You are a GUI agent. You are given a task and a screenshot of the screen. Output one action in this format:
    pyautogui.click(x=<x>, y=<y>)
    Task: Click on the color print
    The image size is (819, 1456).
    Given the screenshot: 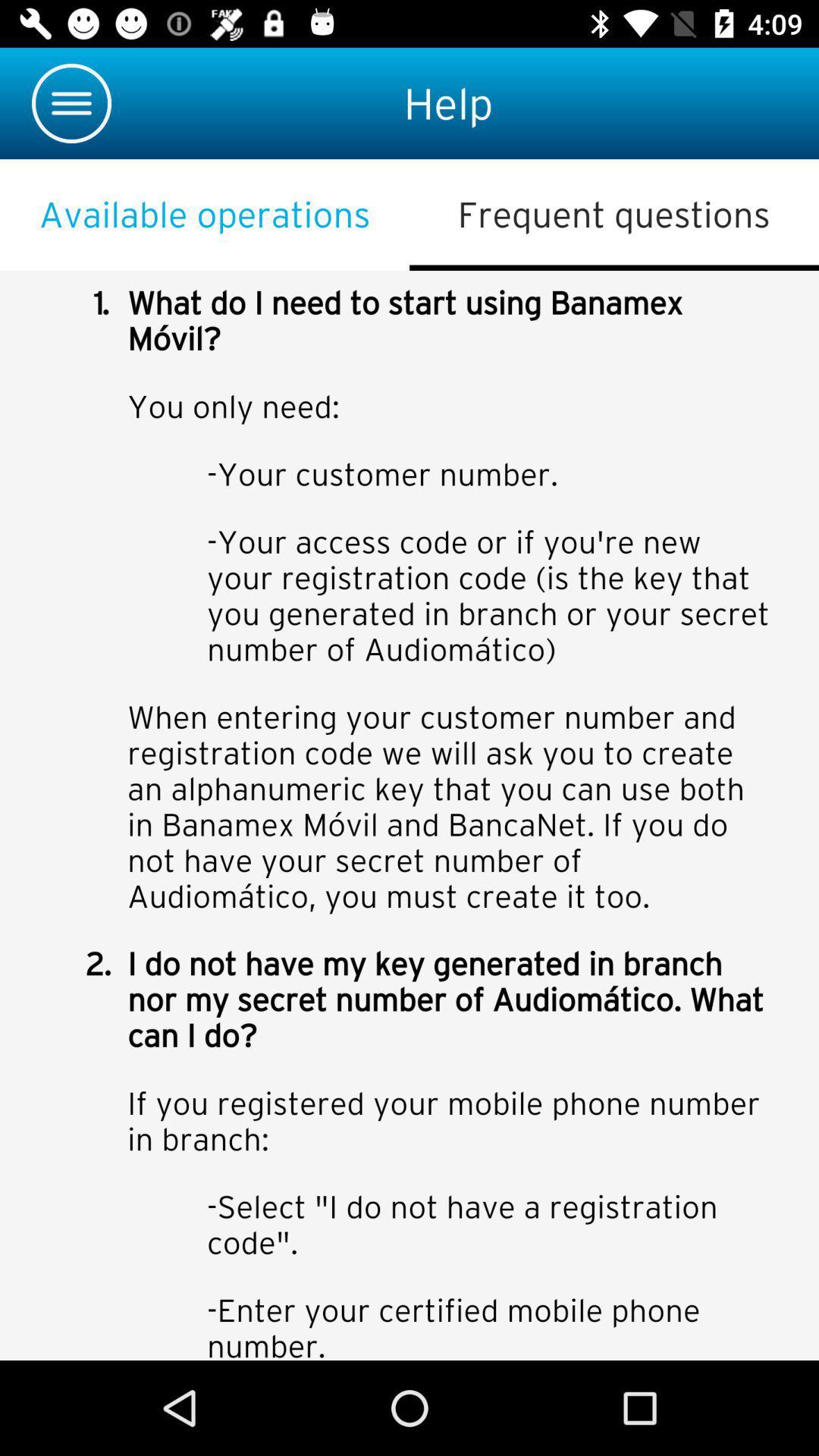 What is the action you would take?
    pyautogui.click(x=409, y=814)
    